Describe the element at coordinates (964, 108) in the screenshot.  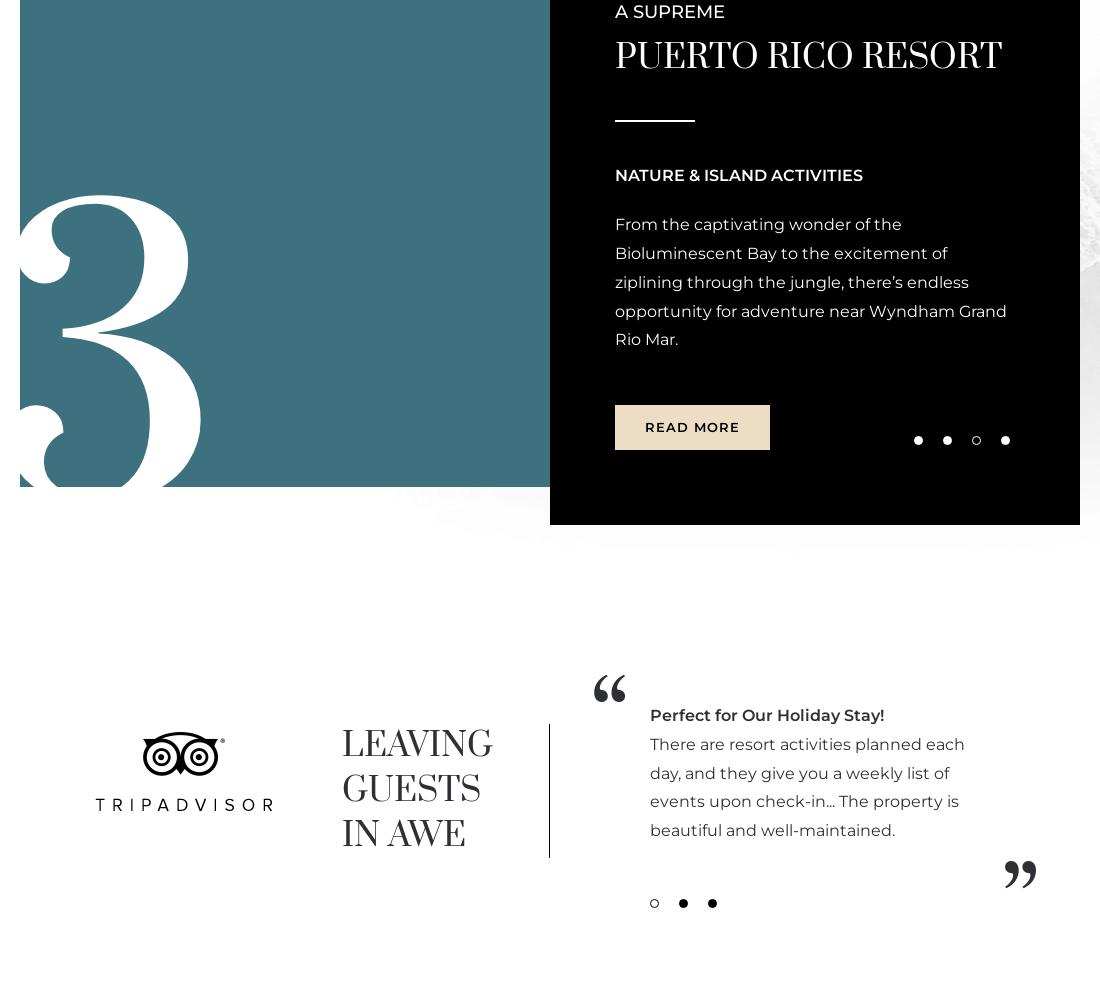
I see `'Become a Member'` at that location.